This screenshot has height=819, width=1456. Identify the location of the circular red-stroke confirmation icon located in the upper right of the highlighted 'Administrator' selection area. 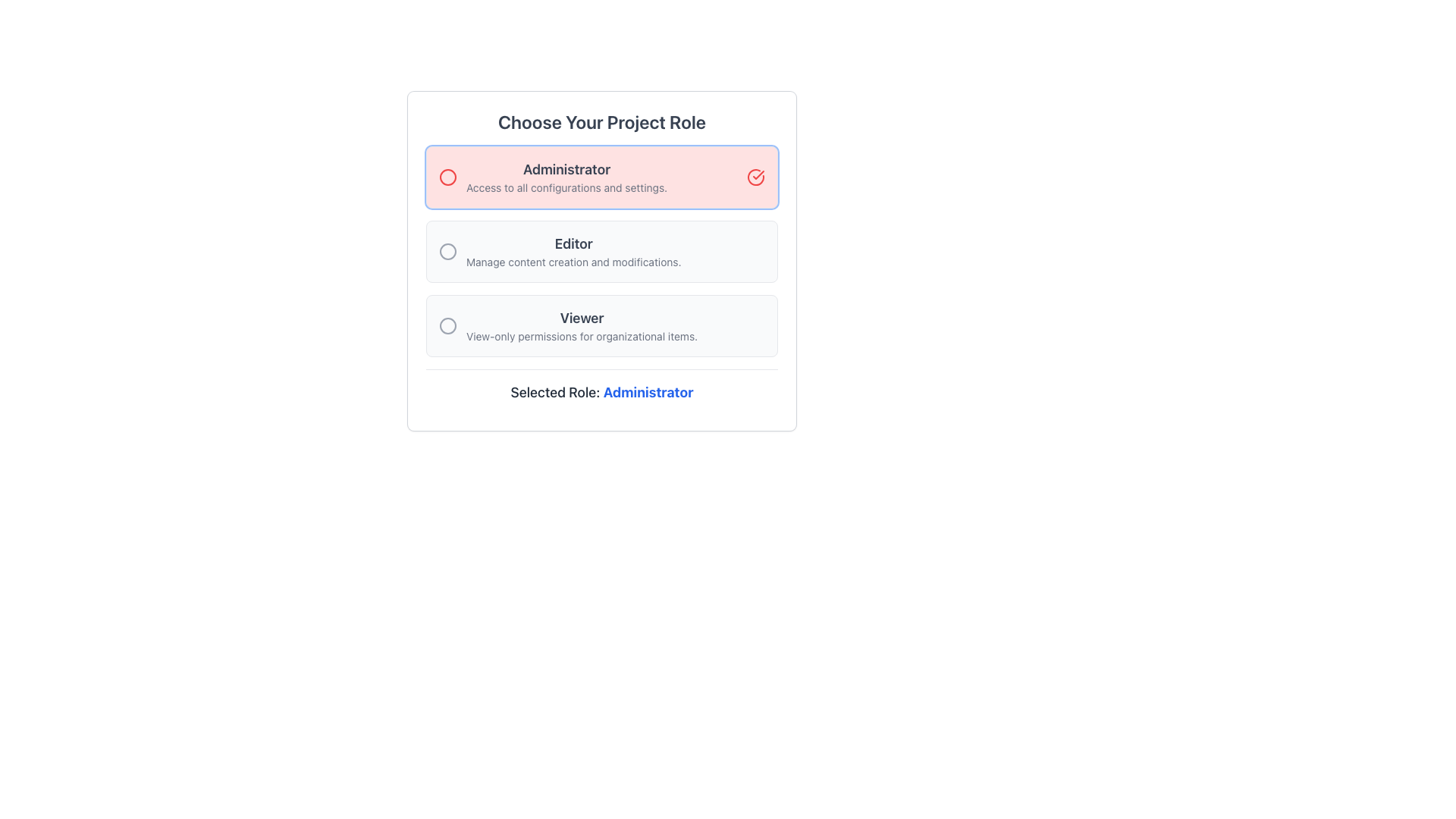
(756, 177).